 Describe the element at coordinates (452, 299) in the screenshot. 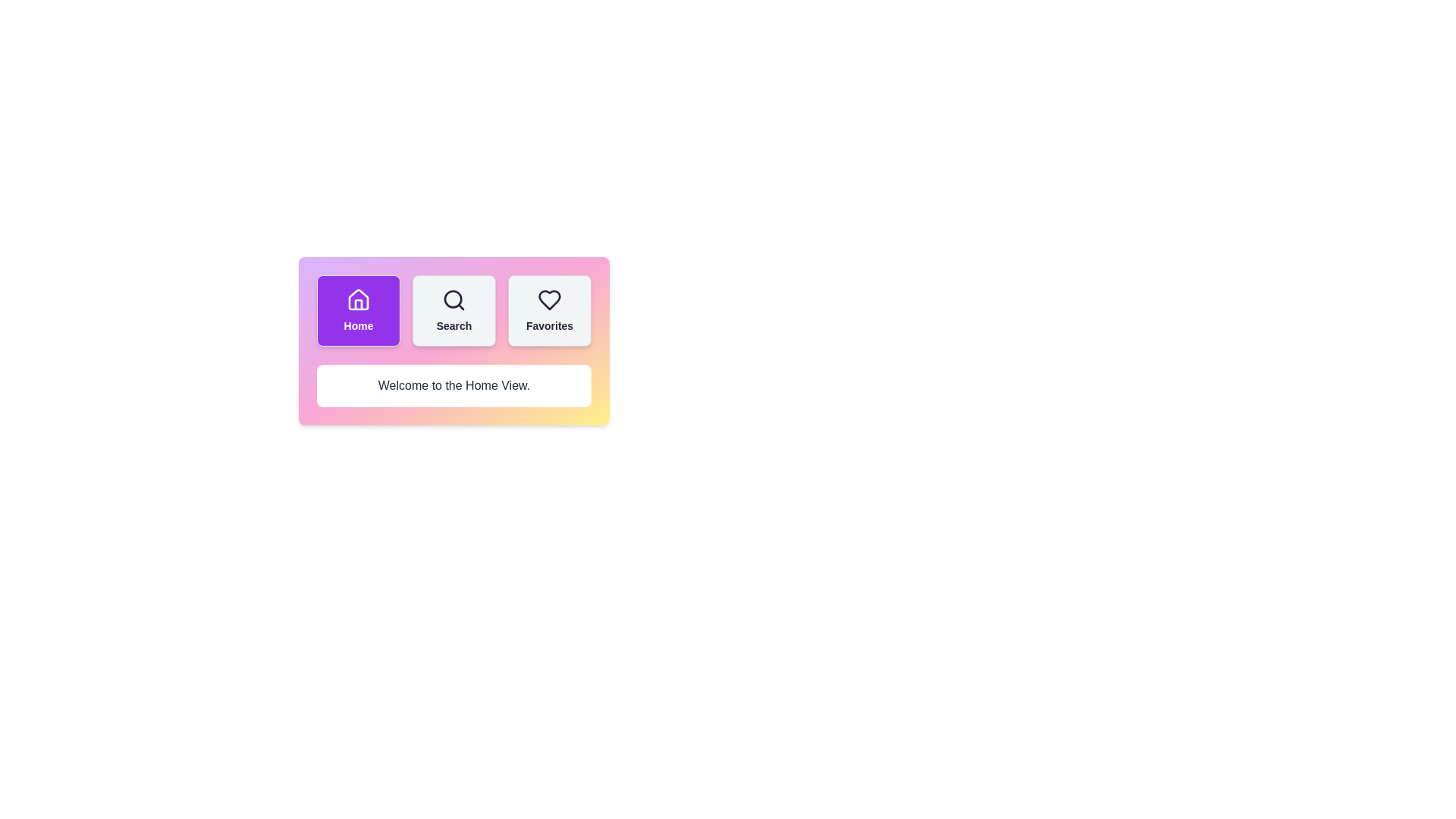

I see `the center of the inner circle of the 'Search' button, which is located in the middle of three buttons within a horizontally aligned card-style menu, positioned between 'Home' and 'Favorites'` at that location.